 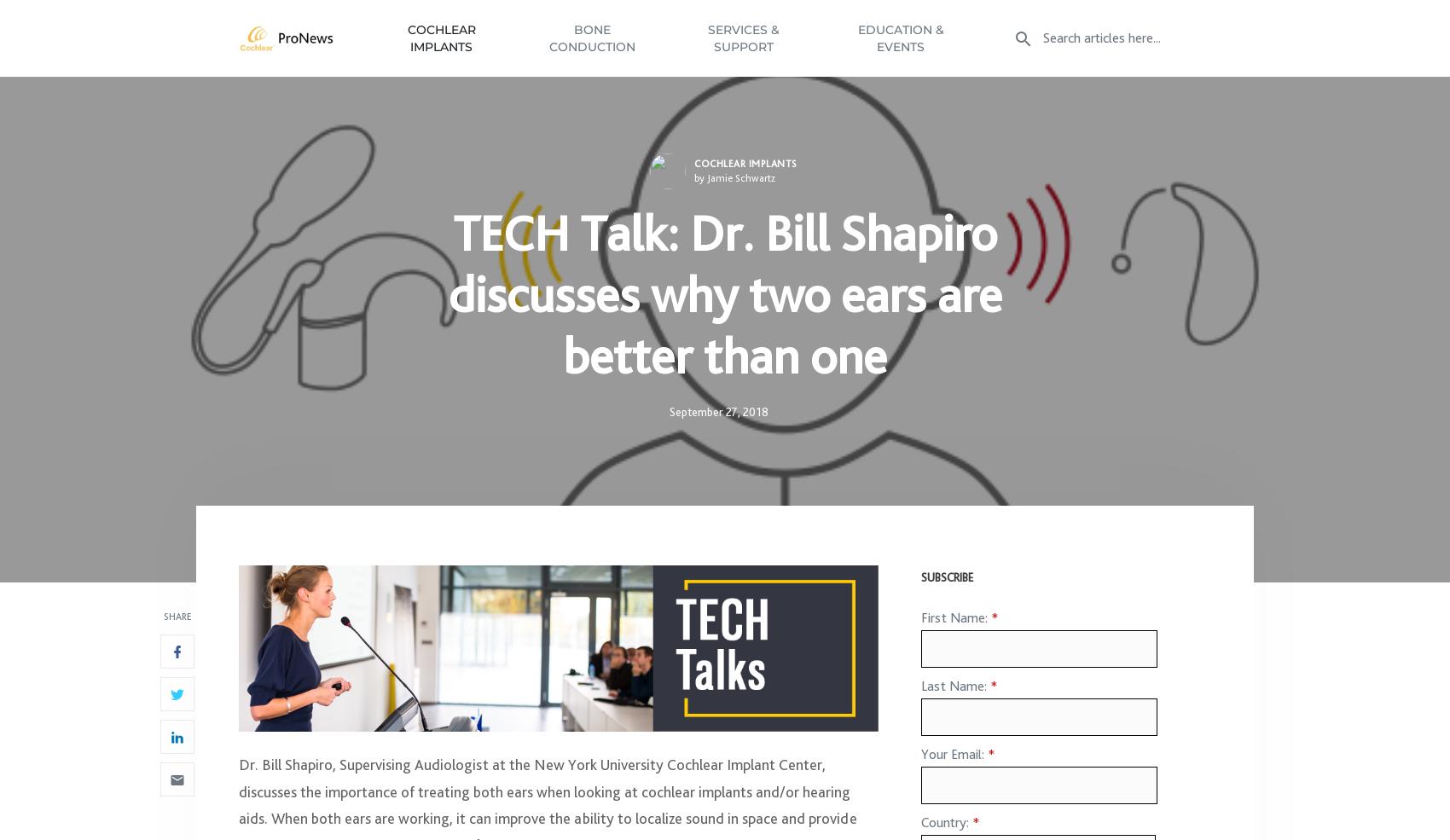 I want to click on 'Share', so click(x=176, y=625).